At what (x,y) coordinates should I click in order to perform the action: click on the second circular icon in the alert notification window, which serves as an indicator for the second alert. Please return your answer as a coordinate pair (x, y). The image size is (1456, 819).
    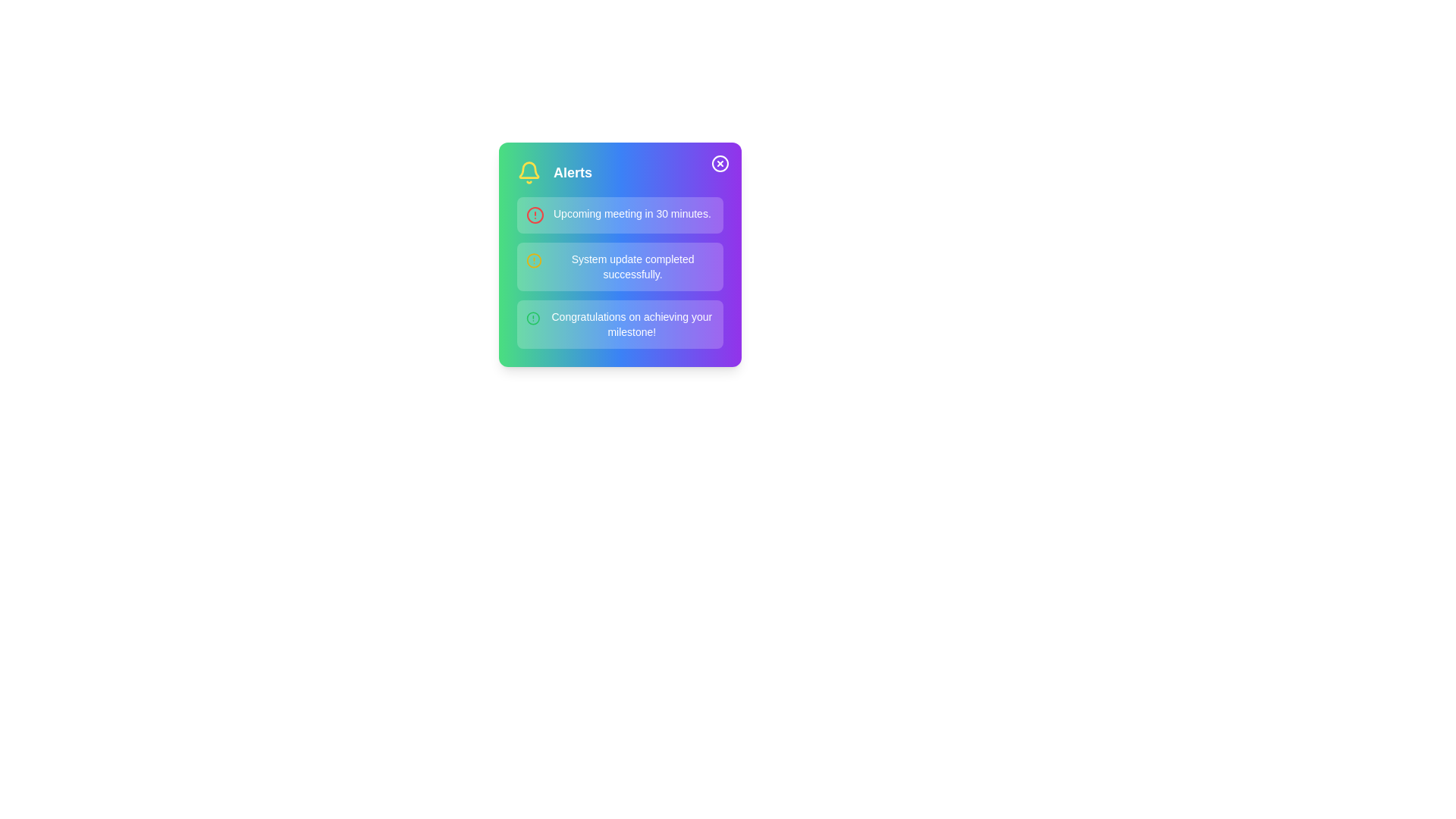
    Looking at the image, I should click on (534, 259).